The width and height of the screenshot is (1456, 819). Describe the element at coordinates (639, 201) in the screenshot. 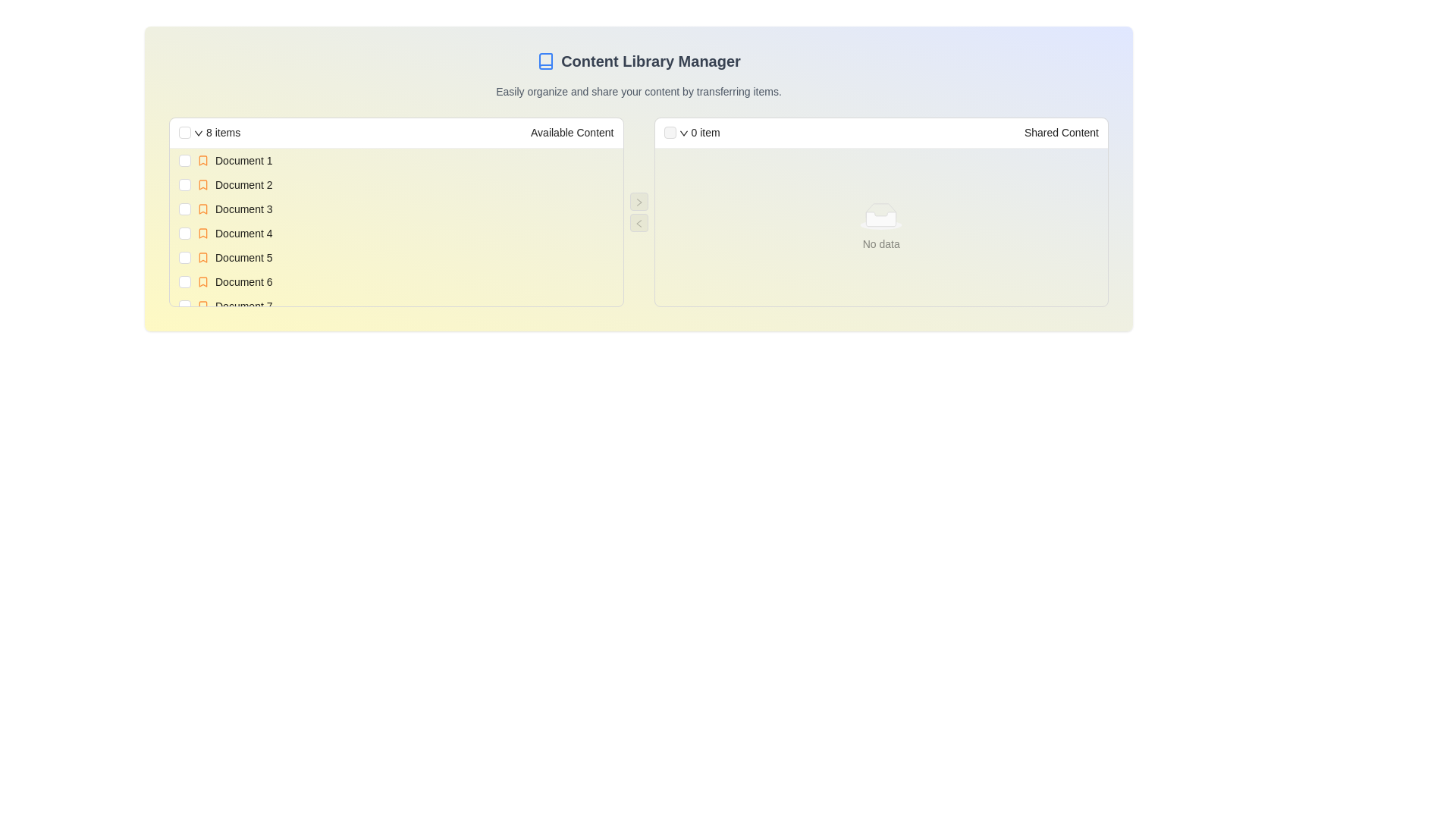

I see `the transfer button located centrally between the 'Available Content' and 'Shared Content' lists` at that location.